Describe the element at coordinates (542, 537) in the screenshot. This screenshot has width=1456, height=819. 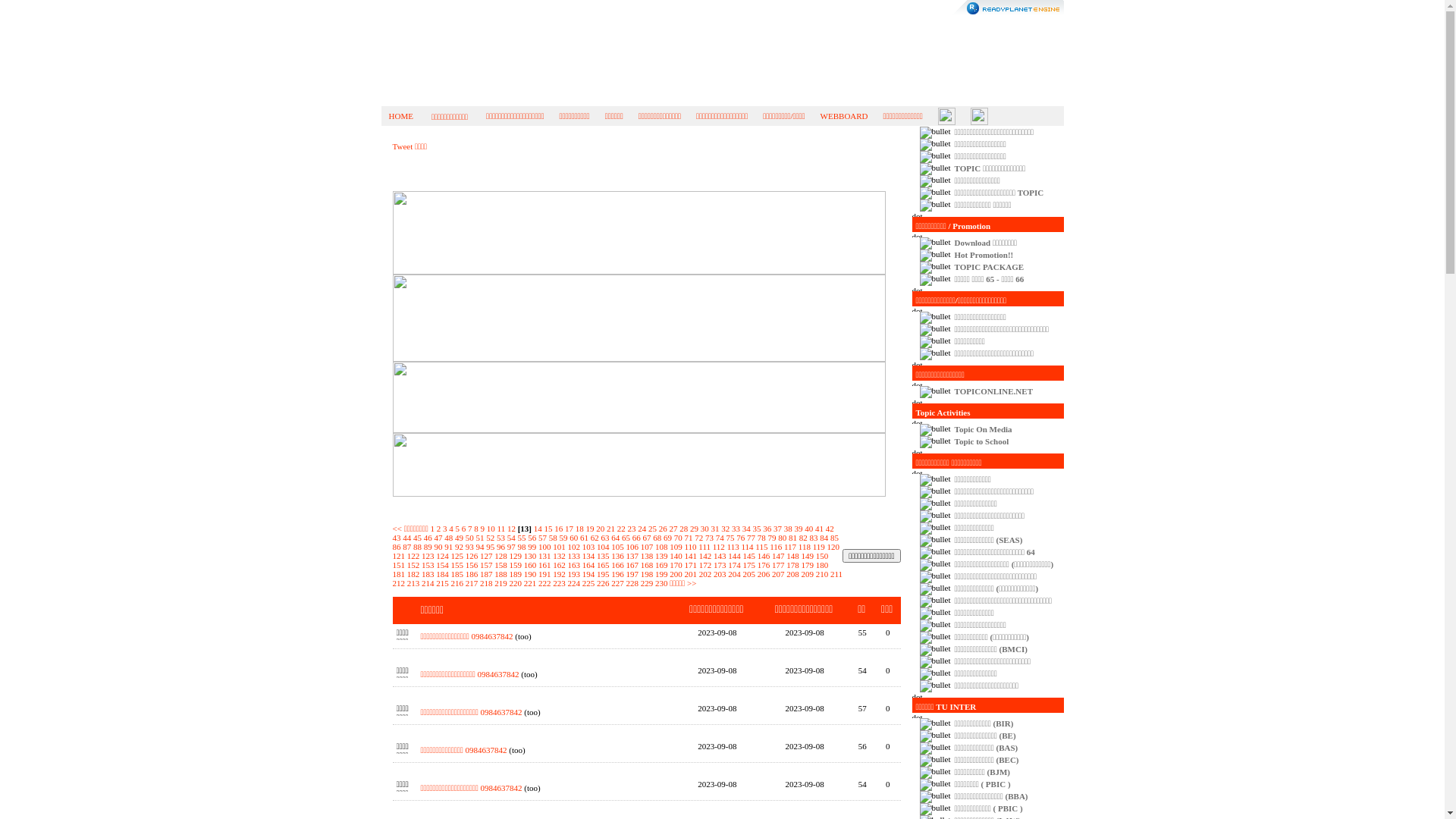
I see `'57'` at that location.